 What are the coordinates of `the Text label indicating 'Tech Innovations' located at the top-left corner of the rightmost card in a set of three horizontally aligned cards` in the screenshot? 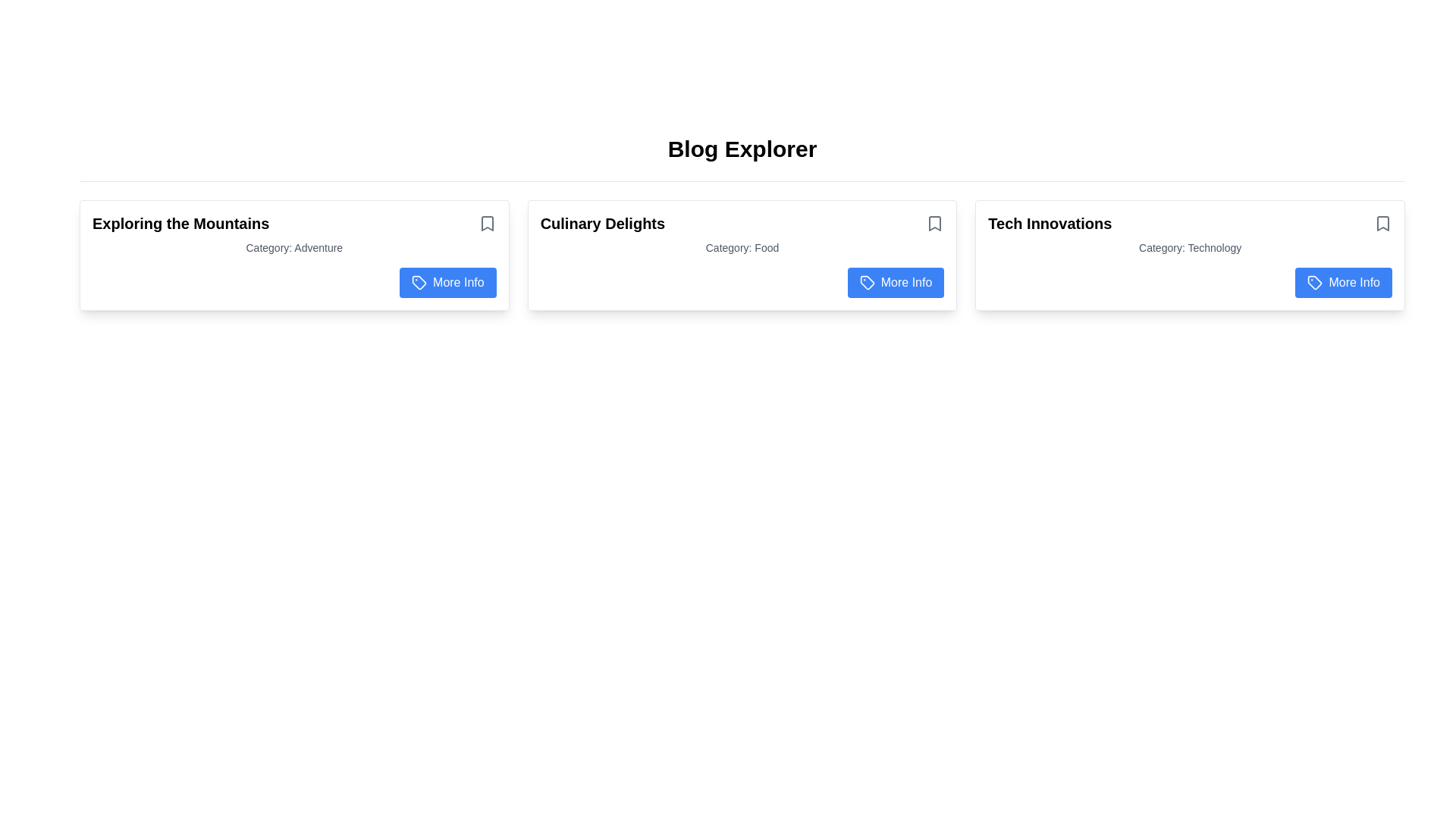 It's located at (1049, 223).